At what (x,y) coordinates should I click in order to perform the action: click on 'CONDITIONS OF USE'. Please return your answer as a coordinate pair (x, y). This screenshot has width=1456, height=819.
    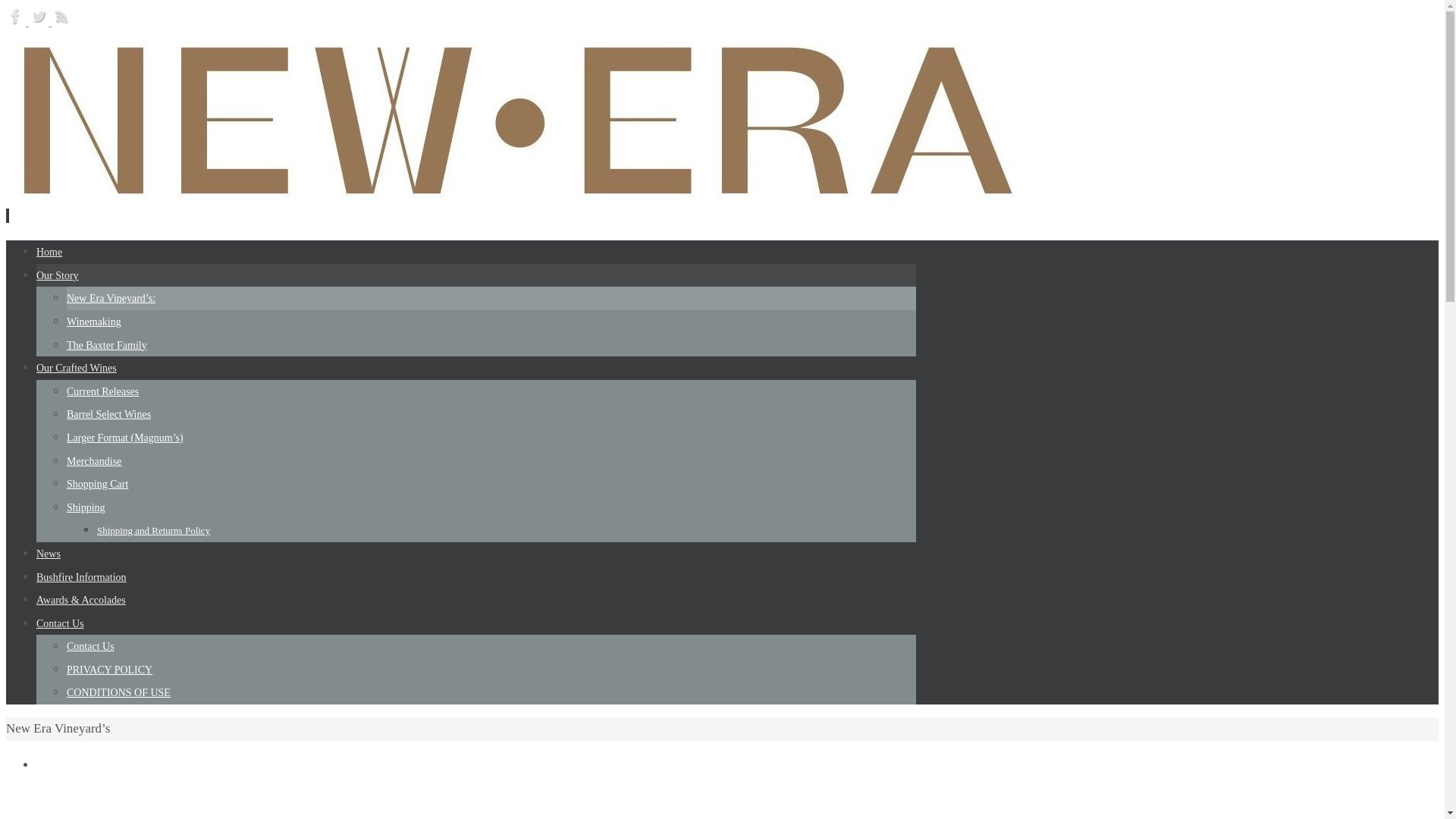
    Looking at the image, I should click on (118, 692).